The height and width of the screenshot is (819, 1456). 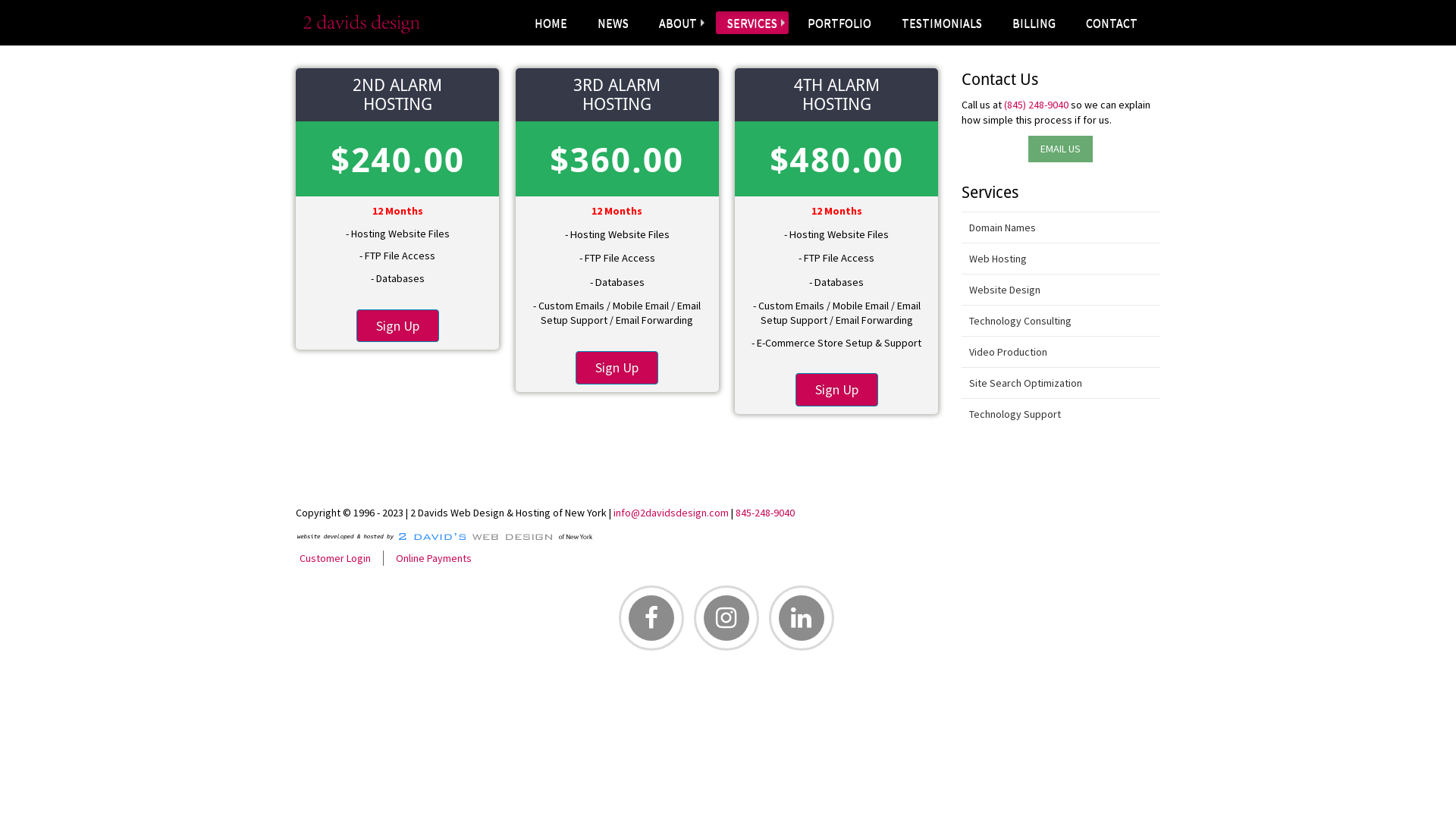 What do you see at coordinates (1060, 290) in the screenshot?
I see `'Website Design'` at bounding box center [1060, 290].